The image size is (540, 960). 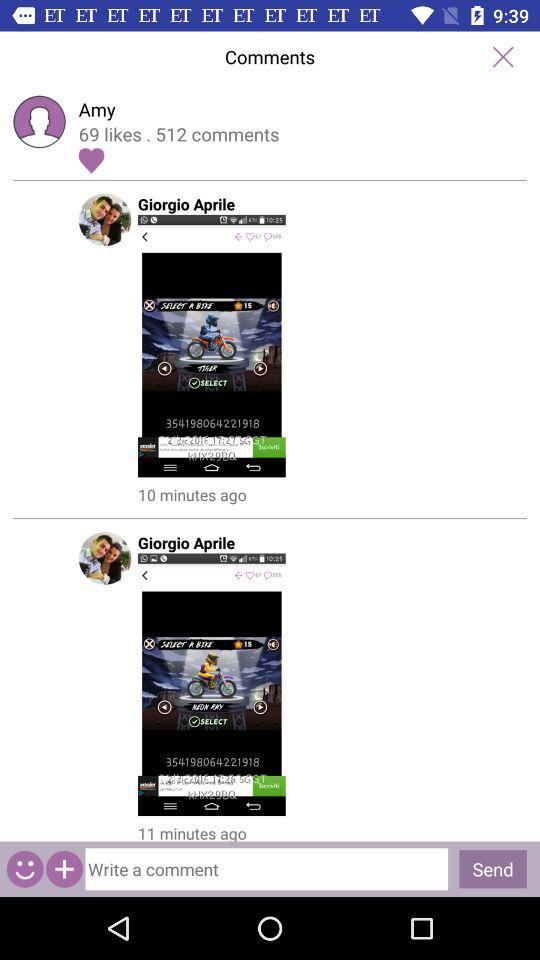 I want to click on the emoji icon, so click(x=24, y=868).